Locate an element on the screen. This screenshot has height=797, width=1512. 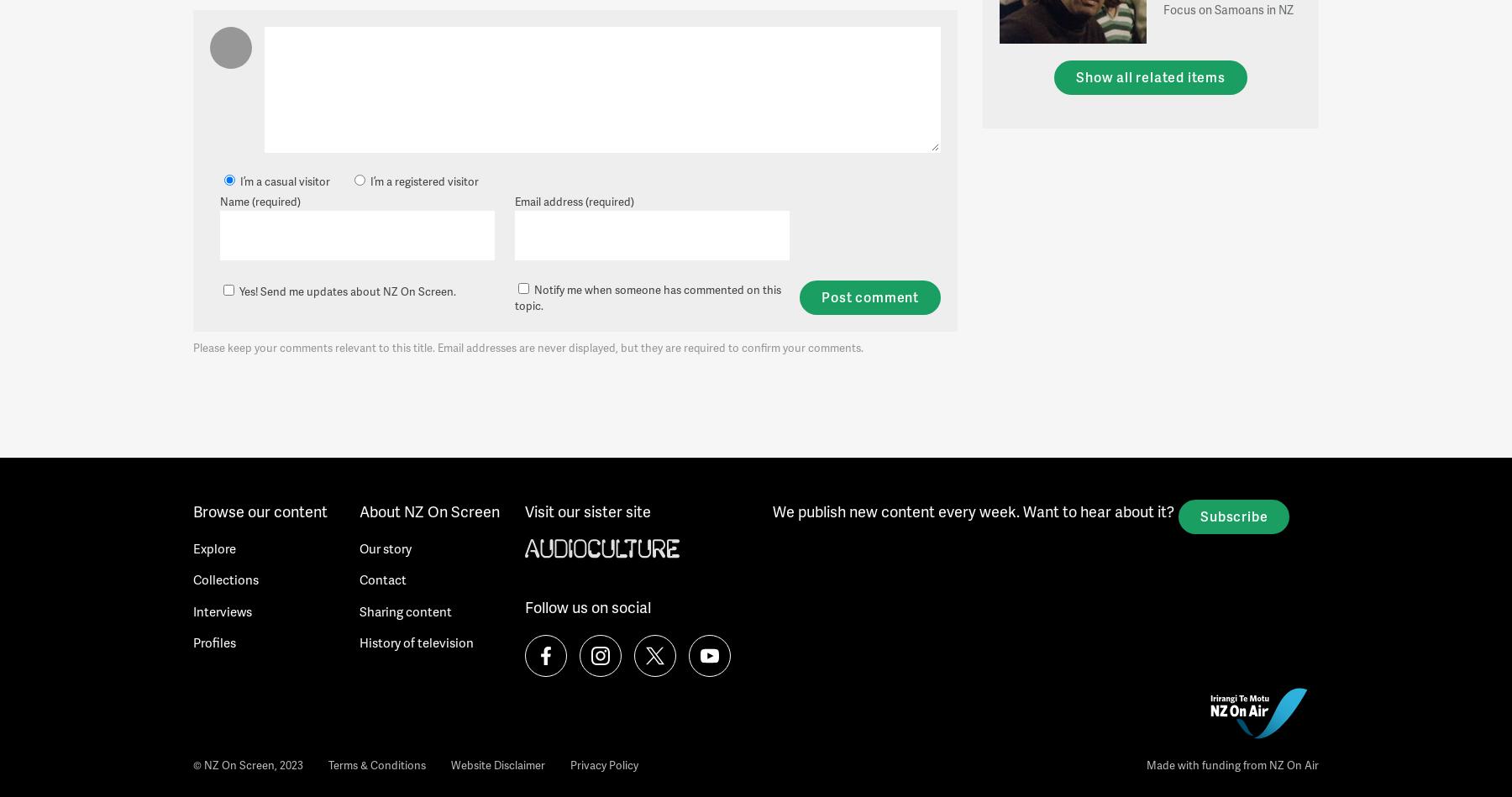
'Terms & Conditions' is located at coordinates (376, 763).